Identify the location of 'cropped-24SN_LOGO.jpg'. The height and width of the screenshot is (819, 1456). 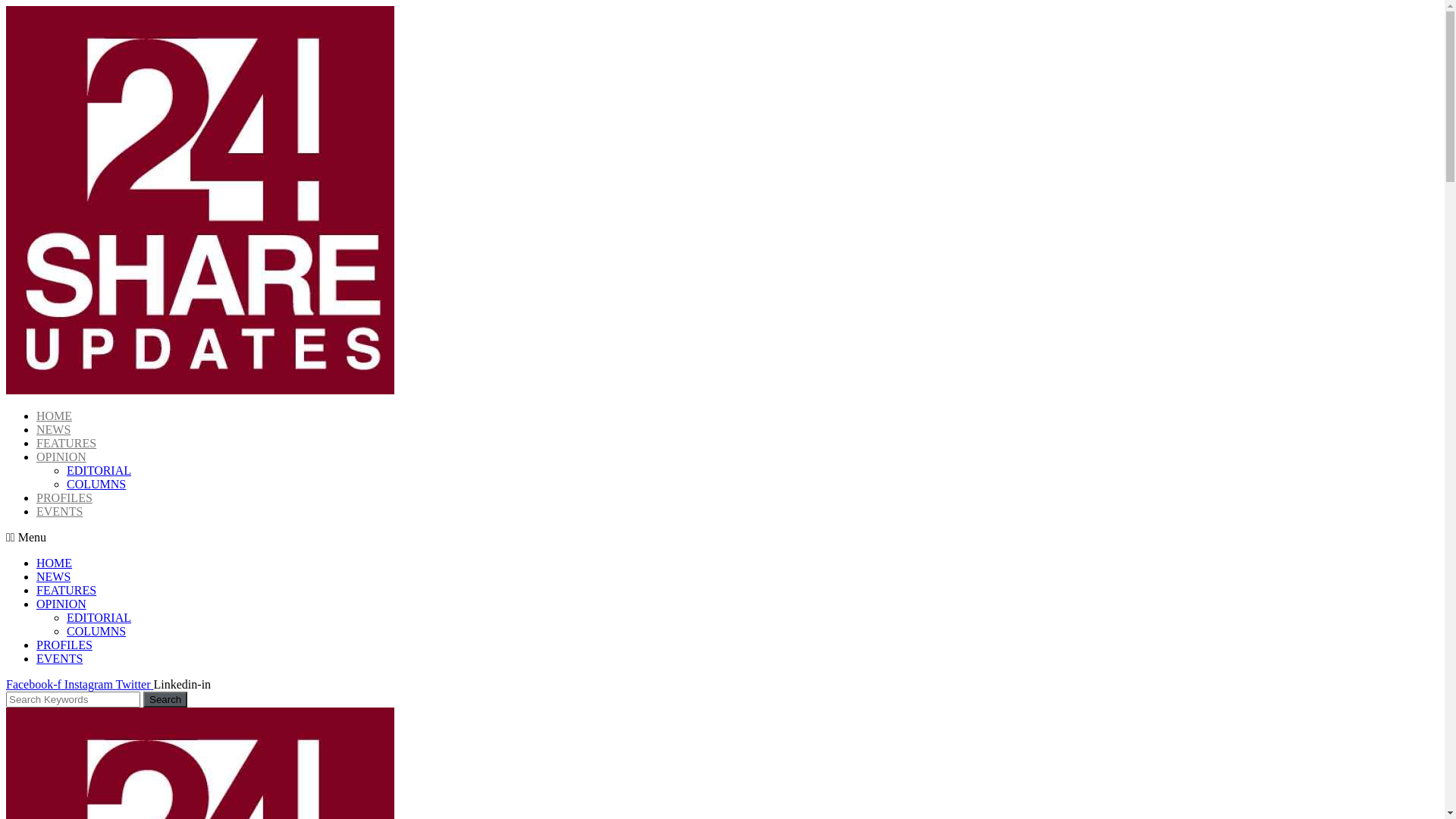
(199, 199).